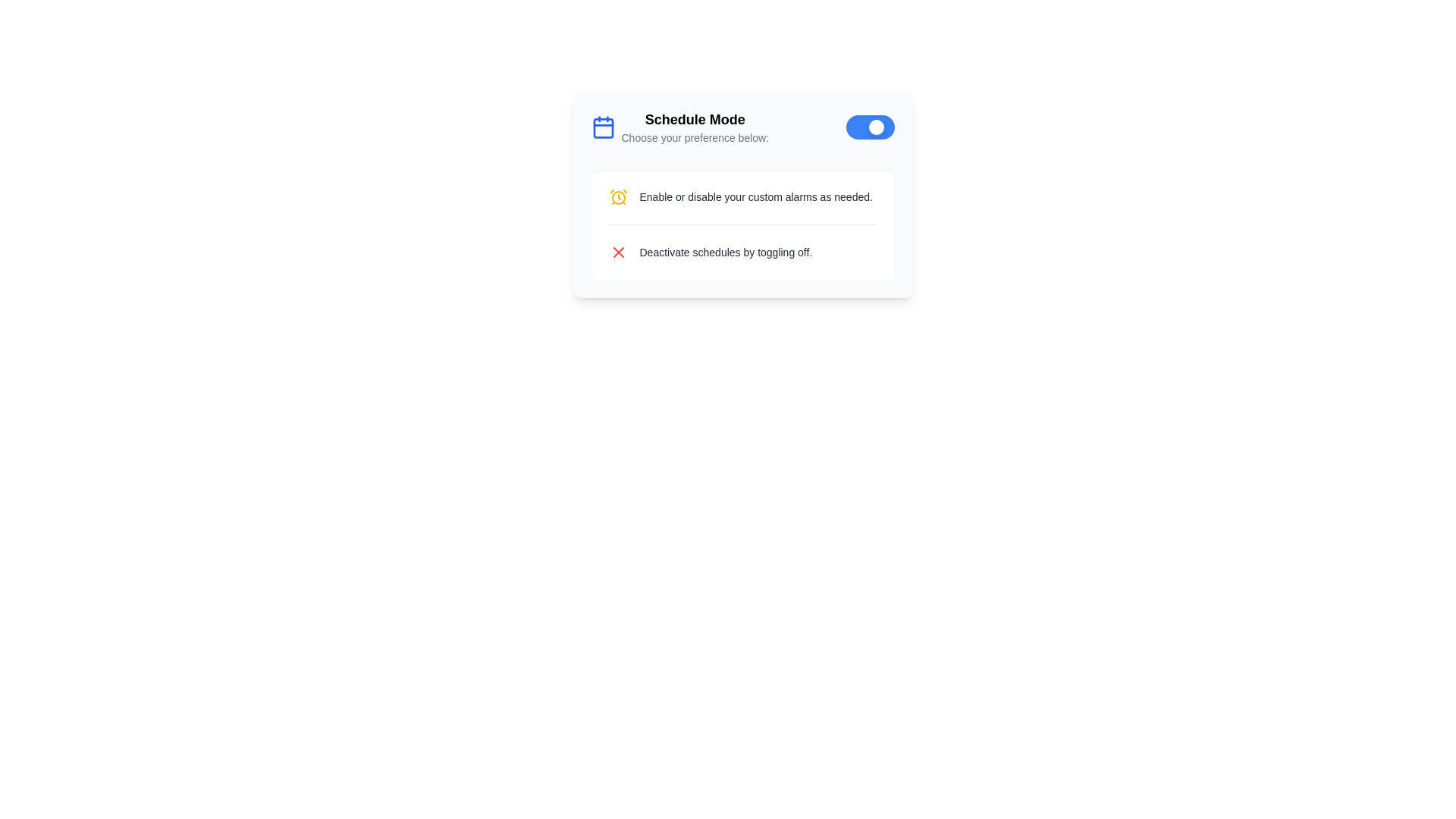 Image resolution: width=1456 pixels, height=819 pixels. I want to click on the interactive icon in the Text block that provides instructions on deactivating schedules, located below the 'Enable or disable your custom alarms as needed.' item, so click(742, 251).